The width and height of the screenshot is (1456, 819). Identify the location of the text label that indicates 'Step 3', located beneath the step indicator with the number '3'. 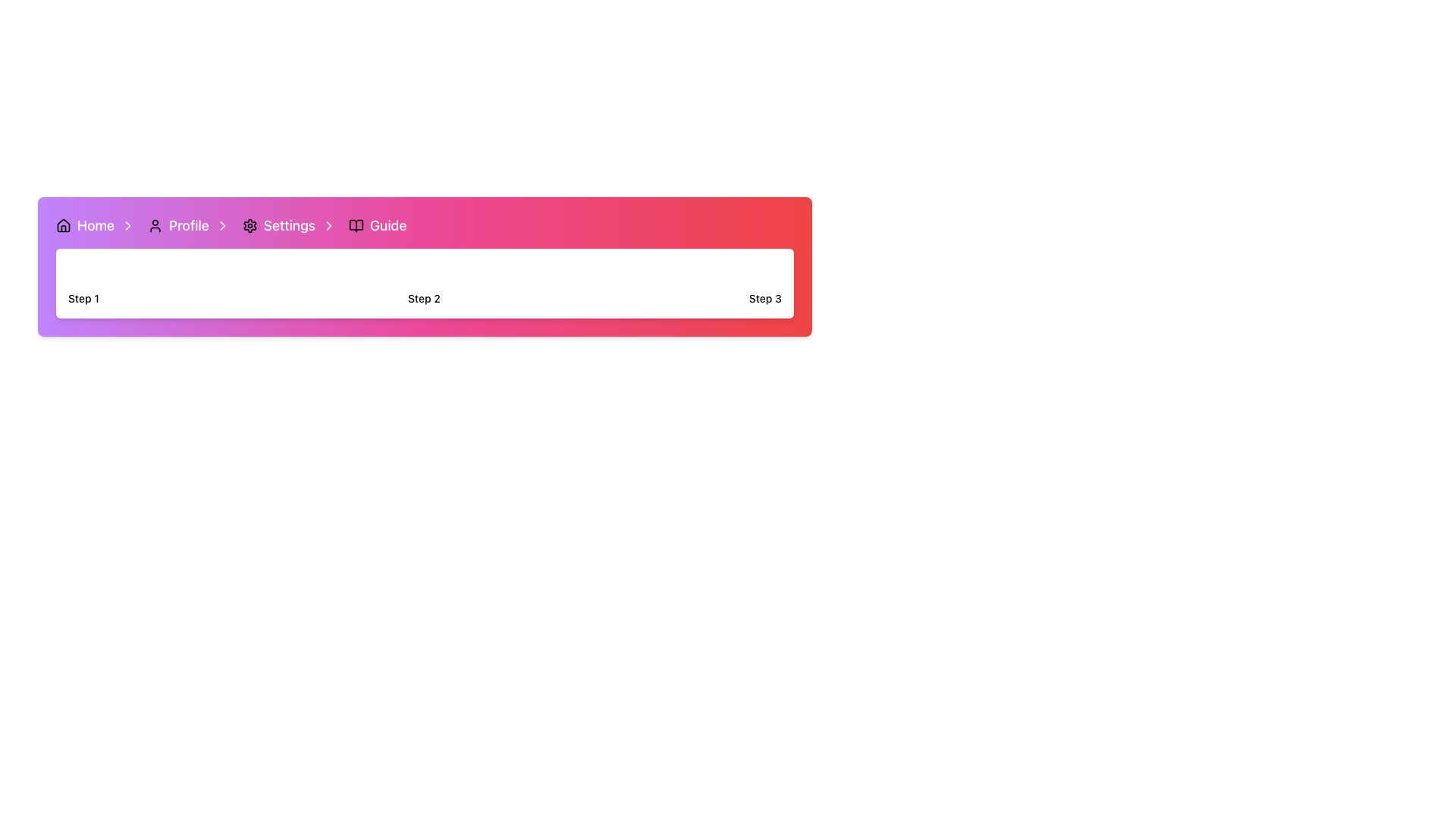
(765, 298).